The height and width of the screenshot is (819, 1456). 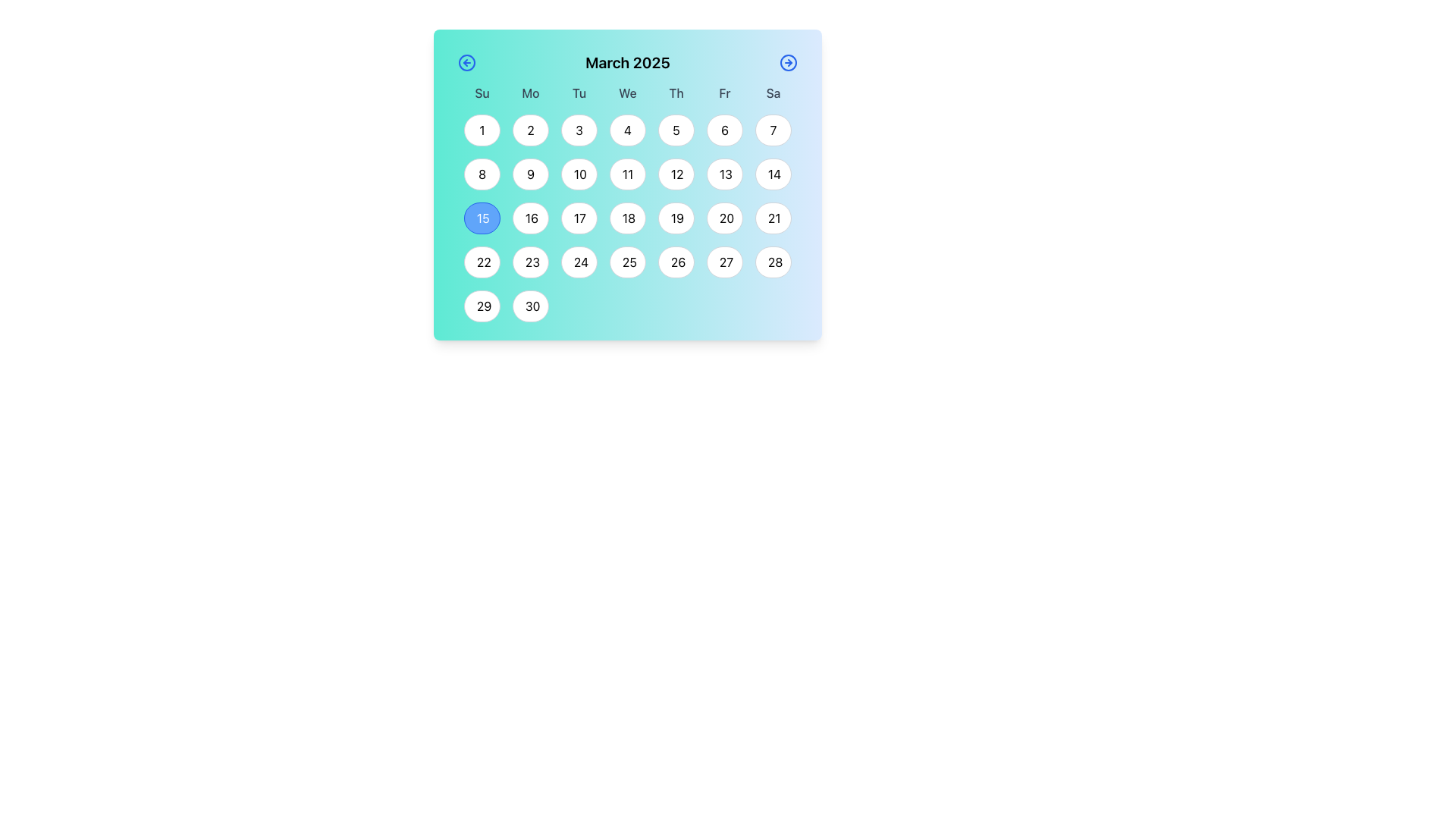 I want to click on the circular blue button with the text '15', which is highlighted as an active date in the calendar layout, so click(x=481, y=218).